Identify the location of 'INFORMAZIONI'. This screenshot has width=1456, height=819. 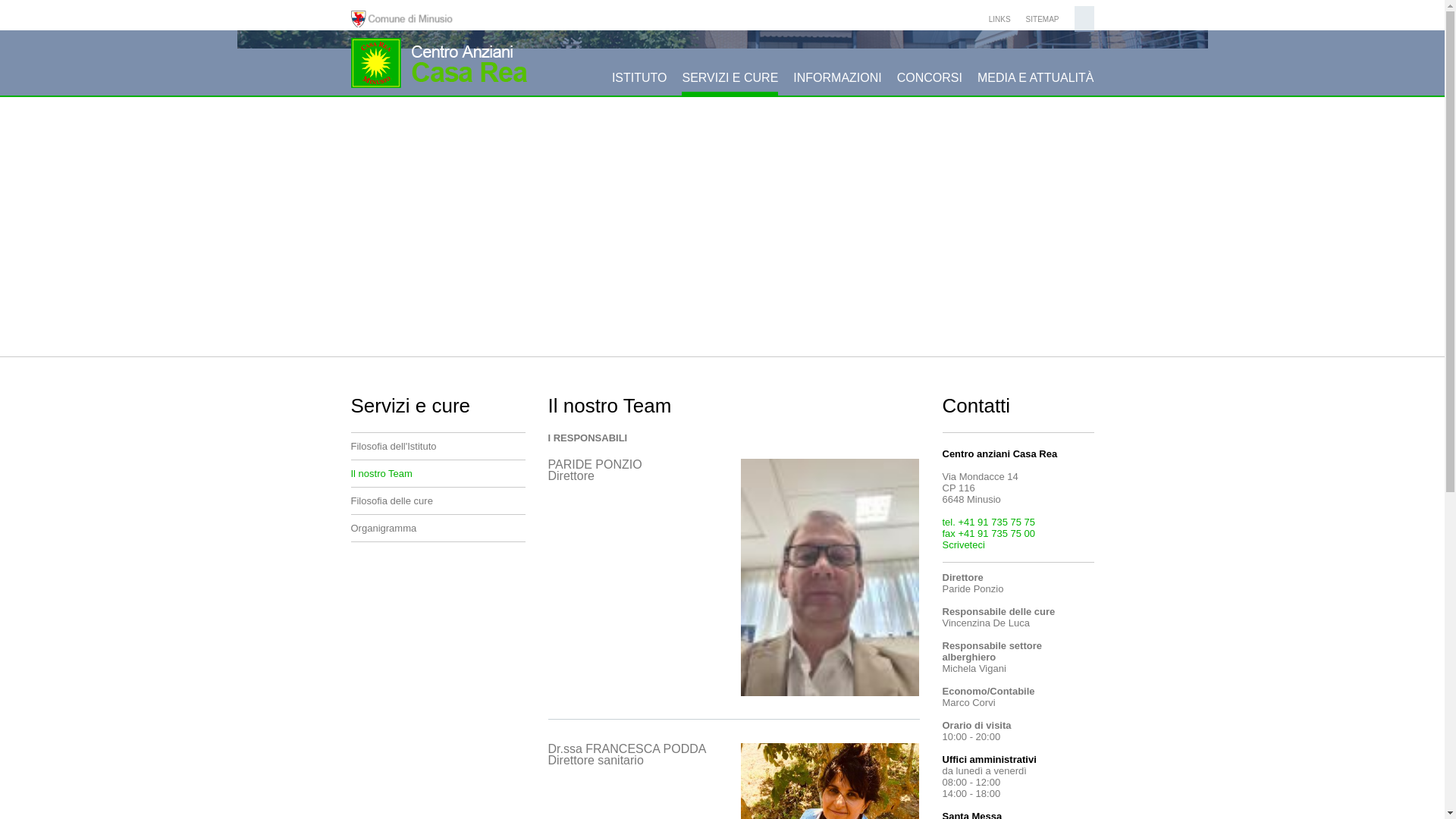
(836, 83).